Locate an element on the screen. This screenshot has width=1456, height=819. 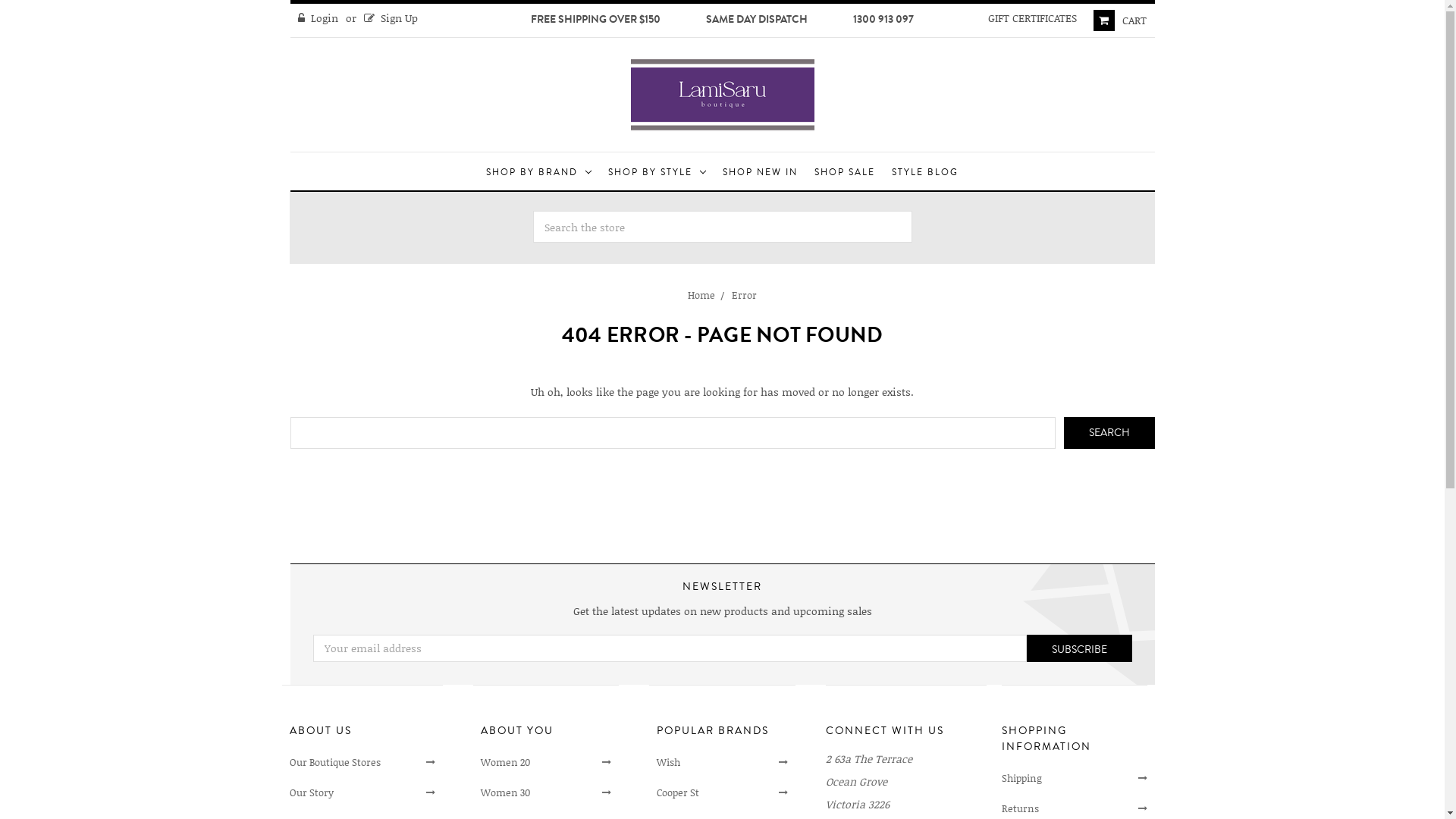
'Error' is located at coordinates (744, 295).